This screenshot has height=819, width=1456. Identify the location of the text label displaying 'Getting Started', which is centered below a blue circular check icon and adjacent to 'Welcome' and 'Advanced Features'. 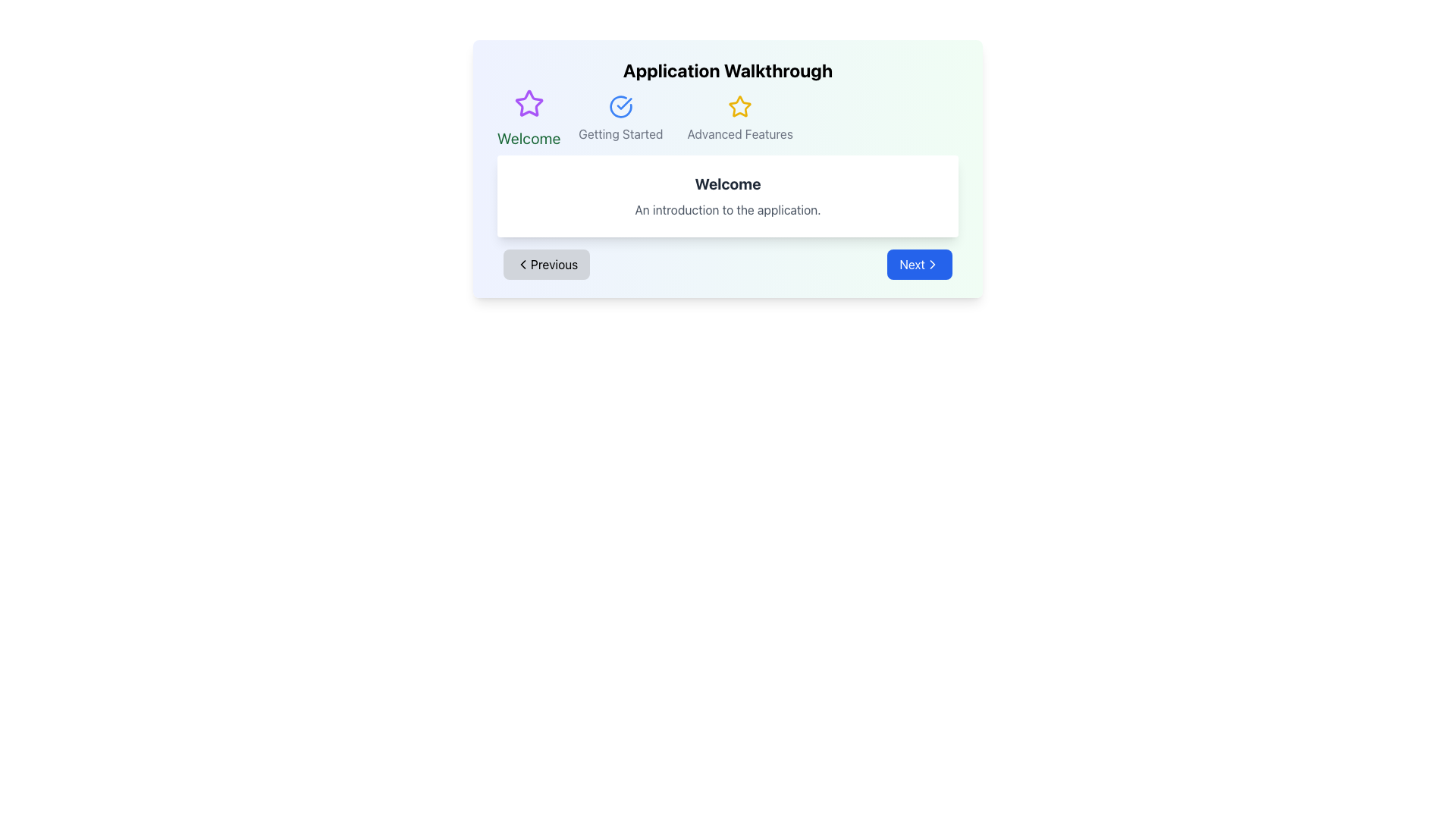
(620, 133).